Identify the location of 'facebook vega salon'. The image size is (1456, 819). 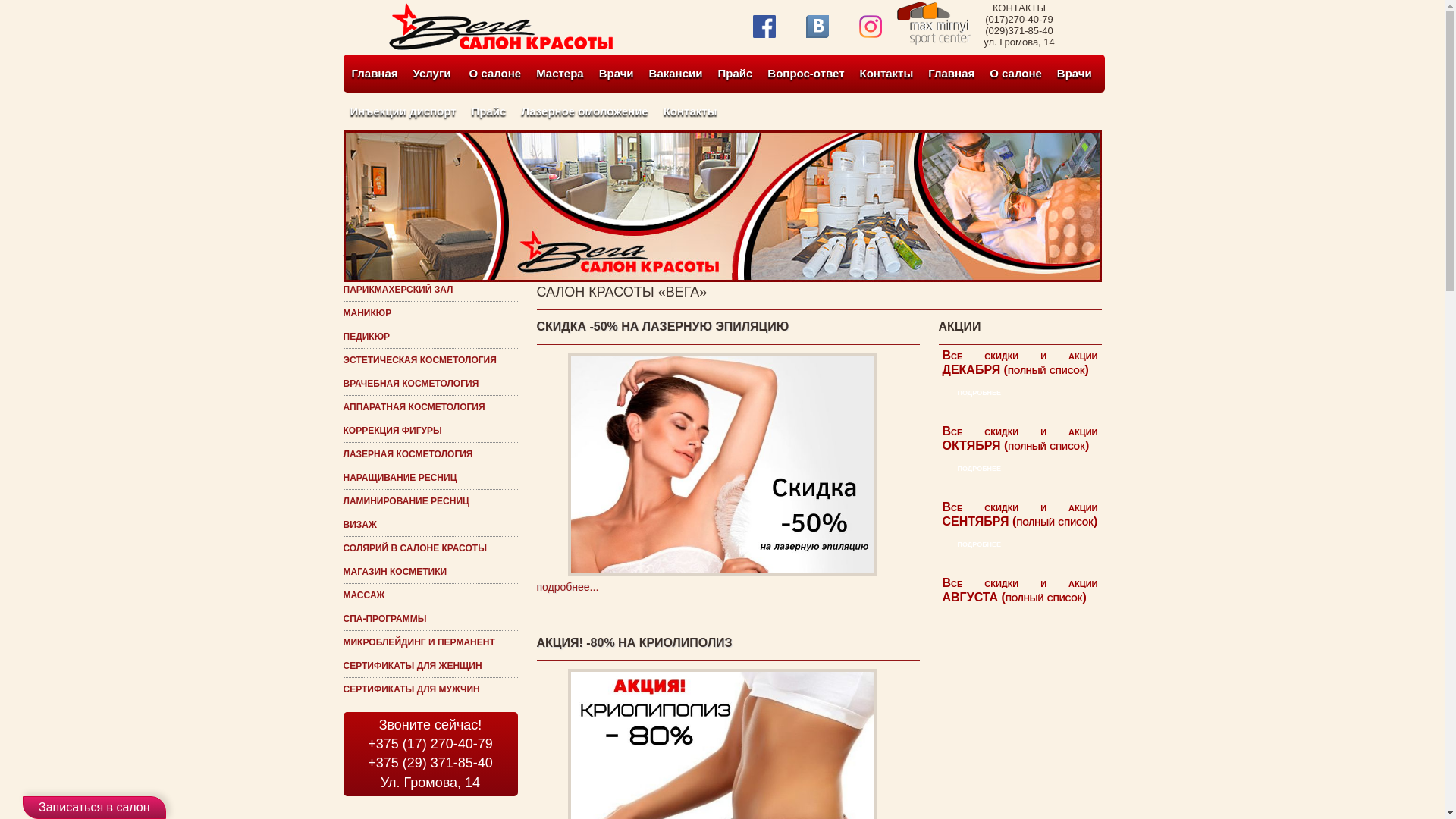
(752, 26).